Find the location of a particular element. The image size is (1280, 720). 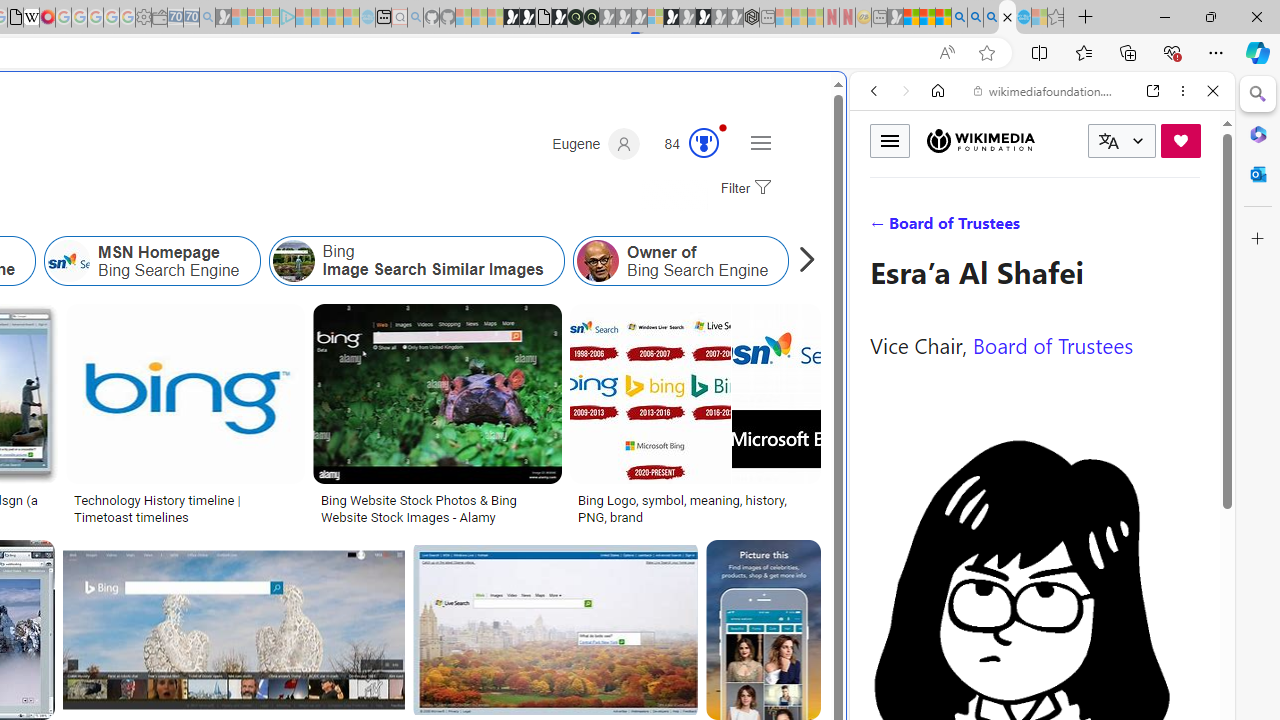

'Close Customize pane' is located at coordinates (1257, 238).